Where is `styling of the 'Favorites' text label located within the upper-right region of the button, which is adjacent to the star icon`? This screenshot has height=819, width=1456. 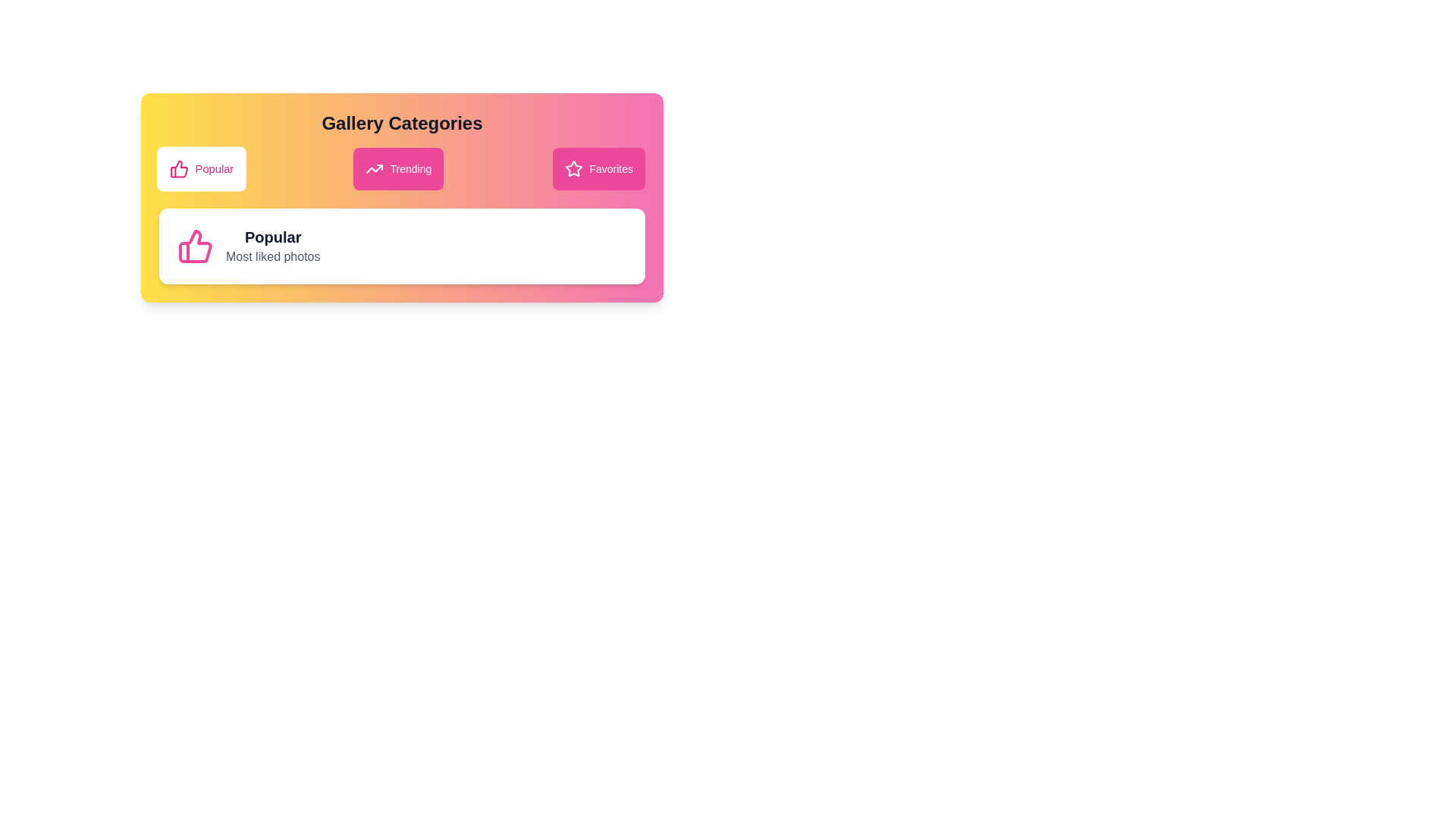
styling of the 'Favorites' text label located within the upper-right region of the button, which is adjacent to the star icon is located at coordinates (611, 169).